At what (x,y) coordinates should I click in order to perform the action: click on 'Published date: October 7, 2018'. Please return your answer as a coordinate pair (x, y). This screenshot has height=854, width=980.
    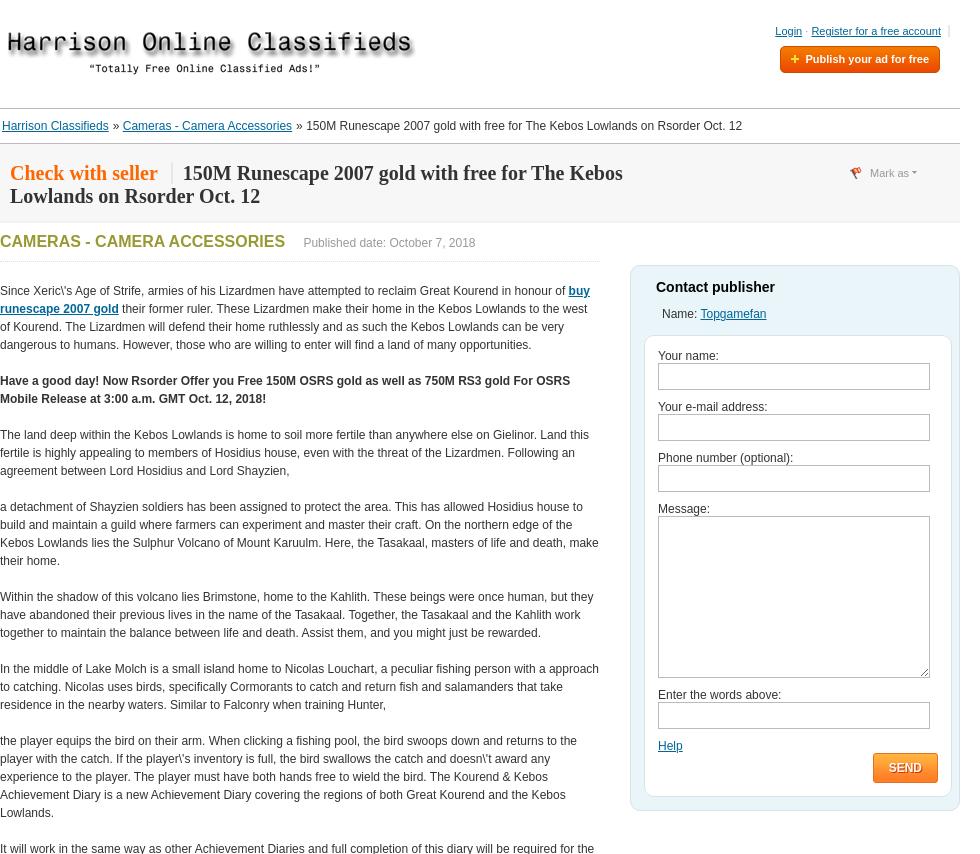
    Looking at the image, I should click on (388, 242).